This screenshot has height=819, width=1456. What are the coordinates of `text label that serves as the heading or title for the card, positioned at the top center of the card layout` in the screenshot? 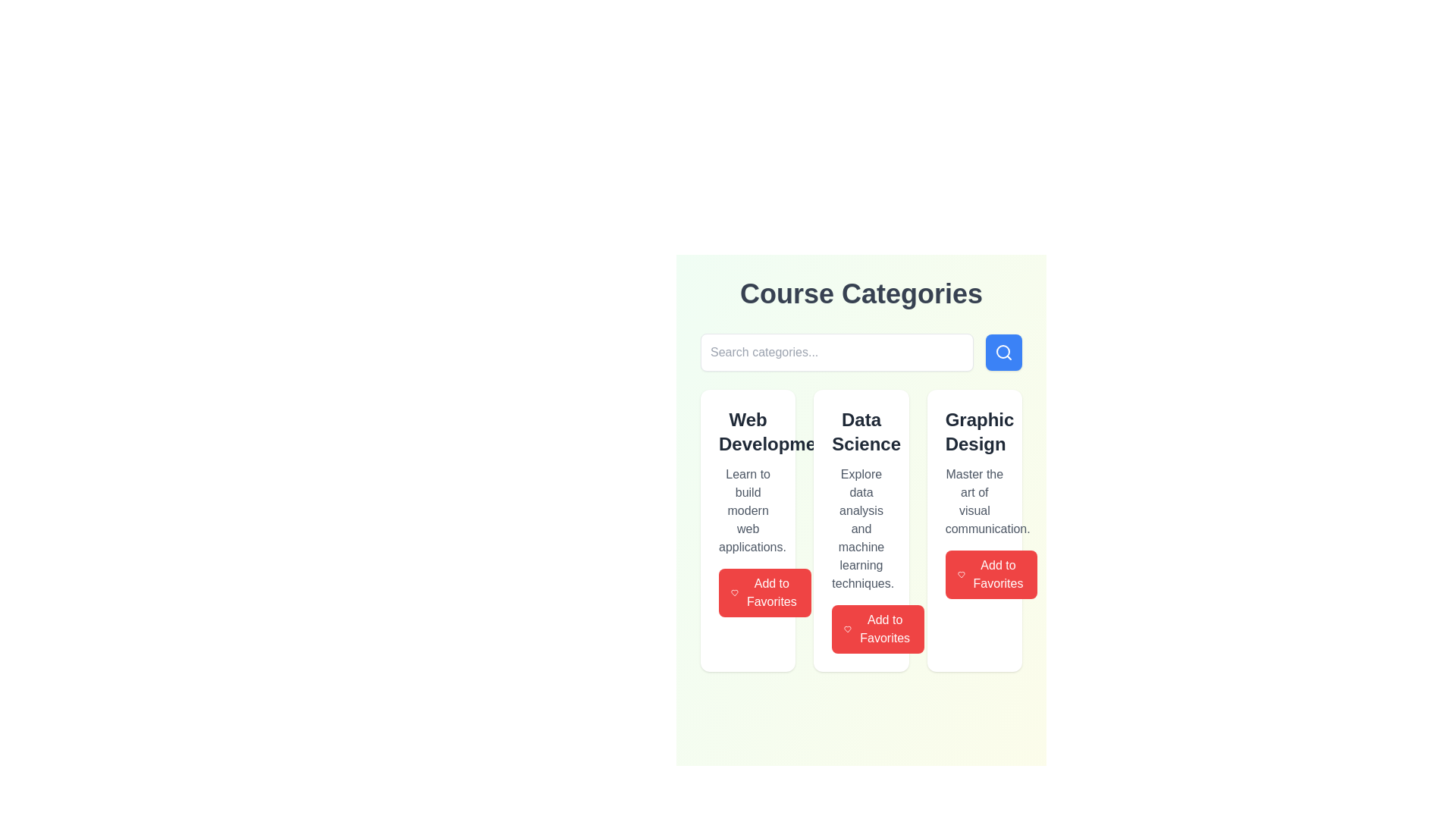 It's located at (861, 432).